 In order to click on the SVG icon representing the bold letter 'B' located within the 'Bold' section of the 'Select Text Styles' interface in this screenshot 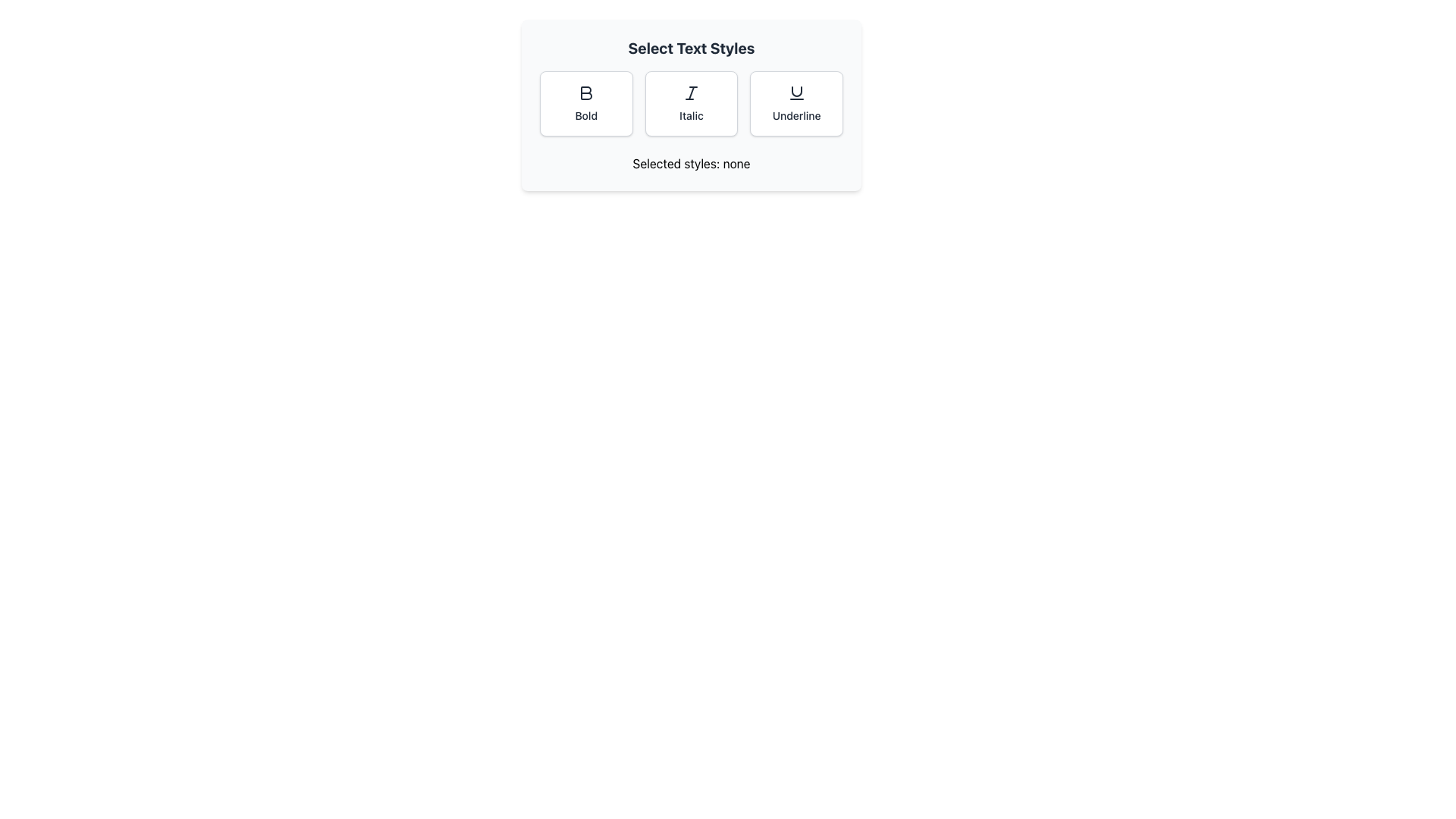, I will do `click(585, 93)`.